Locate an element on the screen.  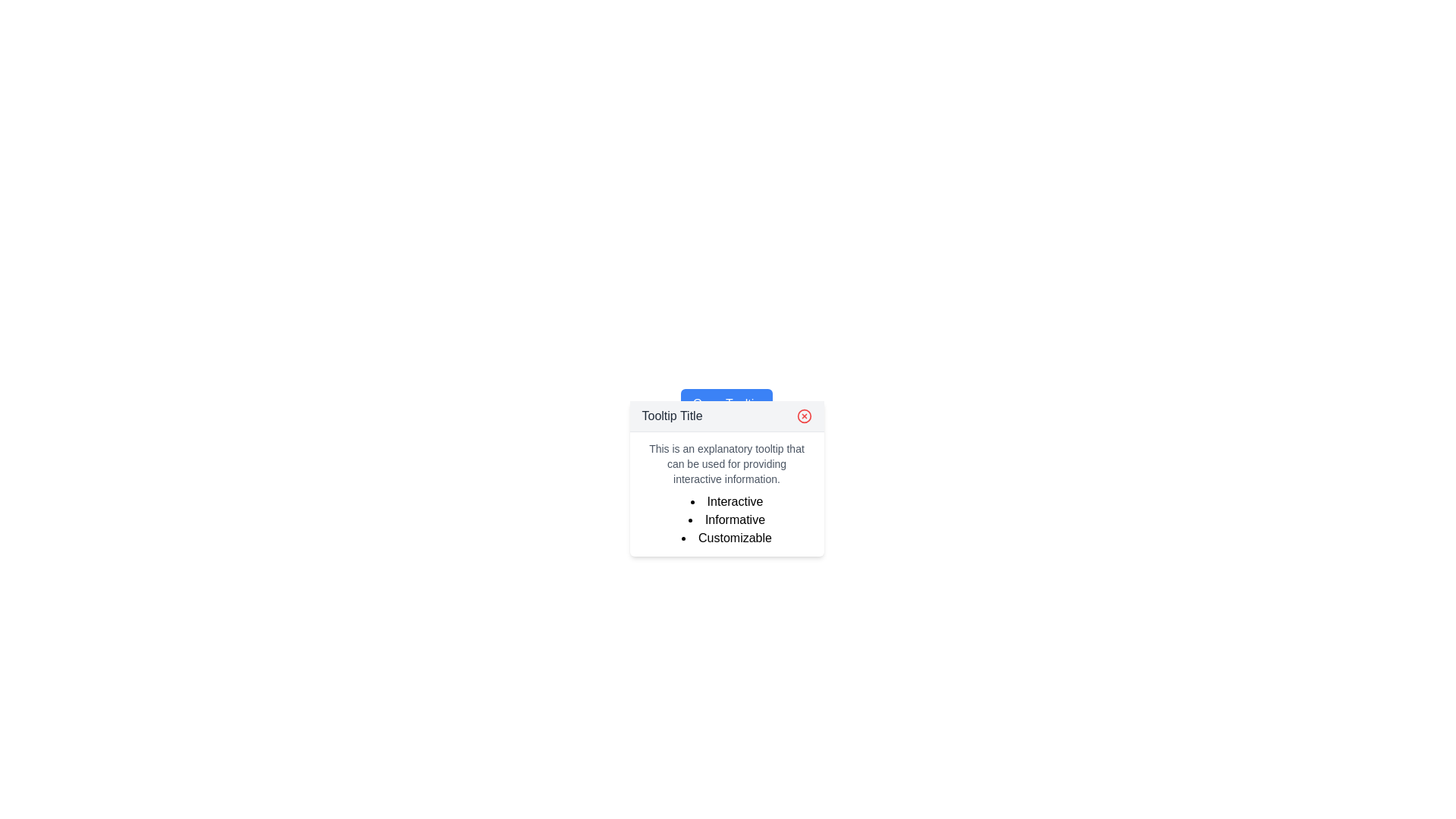
text of the first item in the vertical bulleted list which is 'Interactive', displayed in bold black font within the tooltip titled 'Tooltip Title' is located at coordinates (726, 502).